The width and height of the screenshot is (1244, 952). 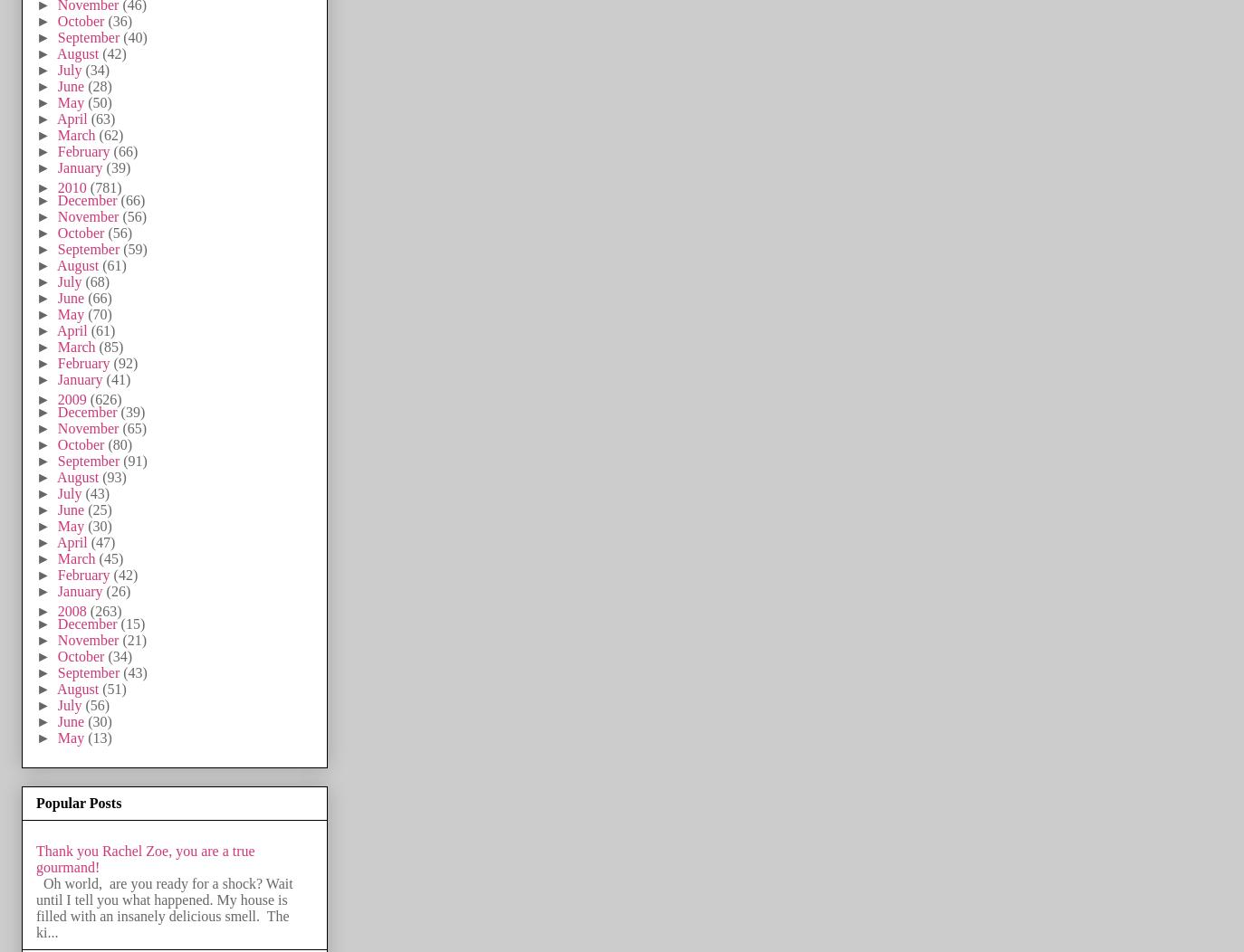 What do you see at coordinates (72, 186) in the screenshot?
I see `'2010'` at bounding box center [72, 186].